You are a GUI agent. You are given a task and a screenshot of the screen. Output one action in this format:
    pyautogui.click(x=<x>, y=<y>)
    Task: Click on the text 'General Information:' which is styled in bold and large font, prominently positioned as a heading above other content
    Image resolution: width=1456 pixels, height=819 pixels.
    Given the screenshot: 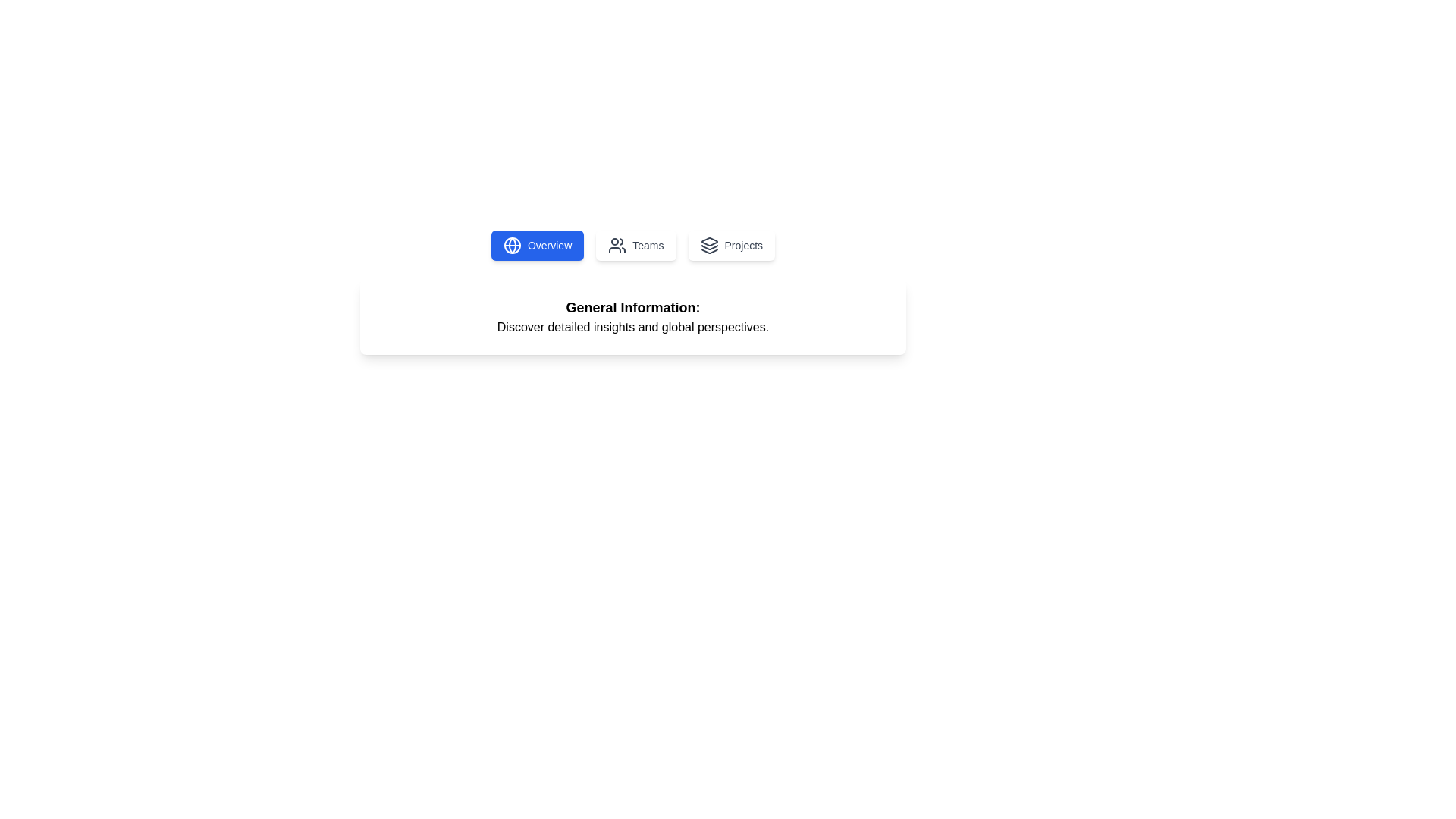 What is the action you would take?
    pyautogui.click(x=633, y=307)
    